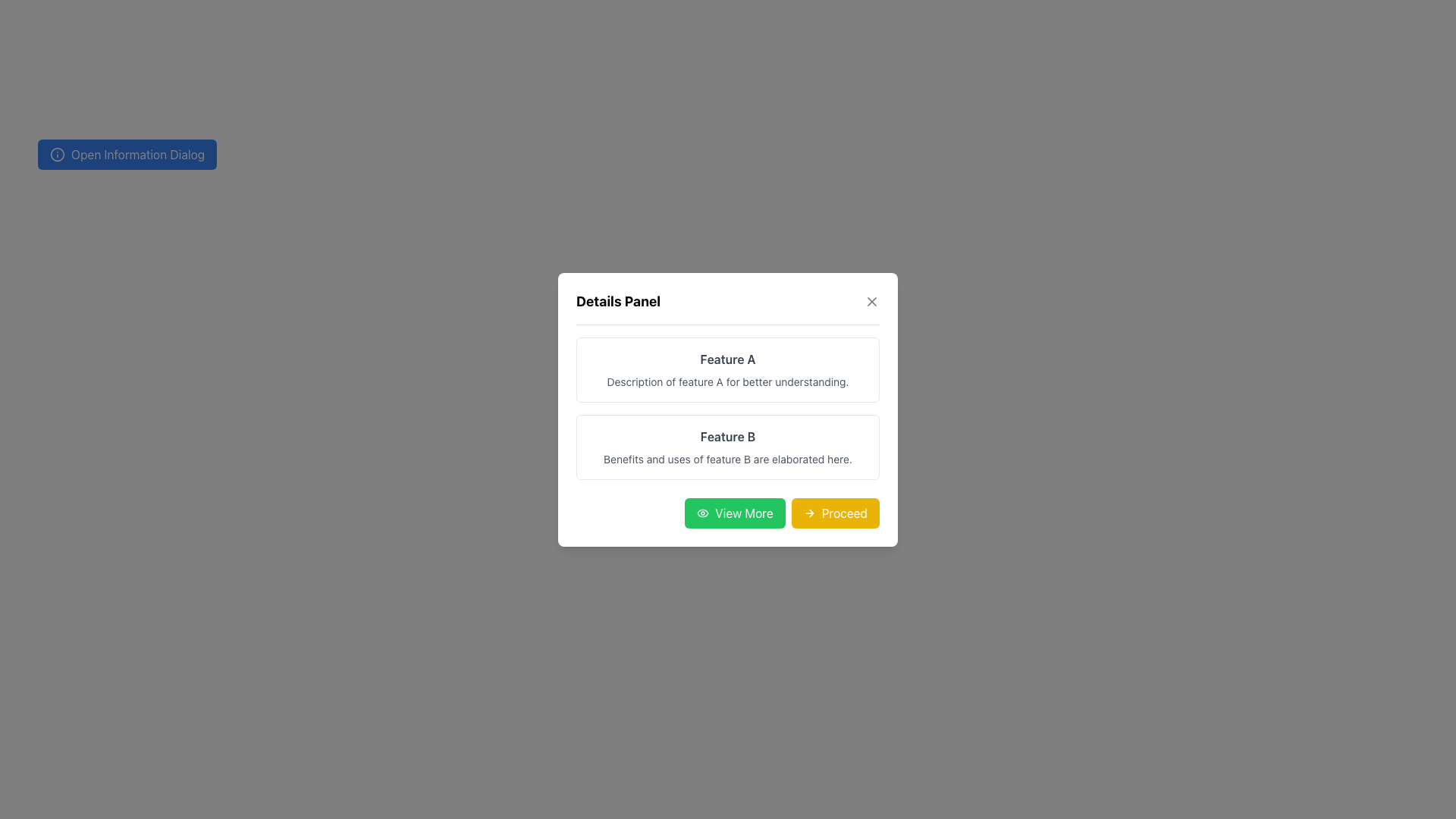  Describe the element at coordinates (702, 512) in the screenshot. I see `the eye-shaped icon that is part of the 'View More' button located at the bottom of the 'Details Panel' dialog box` at that location.